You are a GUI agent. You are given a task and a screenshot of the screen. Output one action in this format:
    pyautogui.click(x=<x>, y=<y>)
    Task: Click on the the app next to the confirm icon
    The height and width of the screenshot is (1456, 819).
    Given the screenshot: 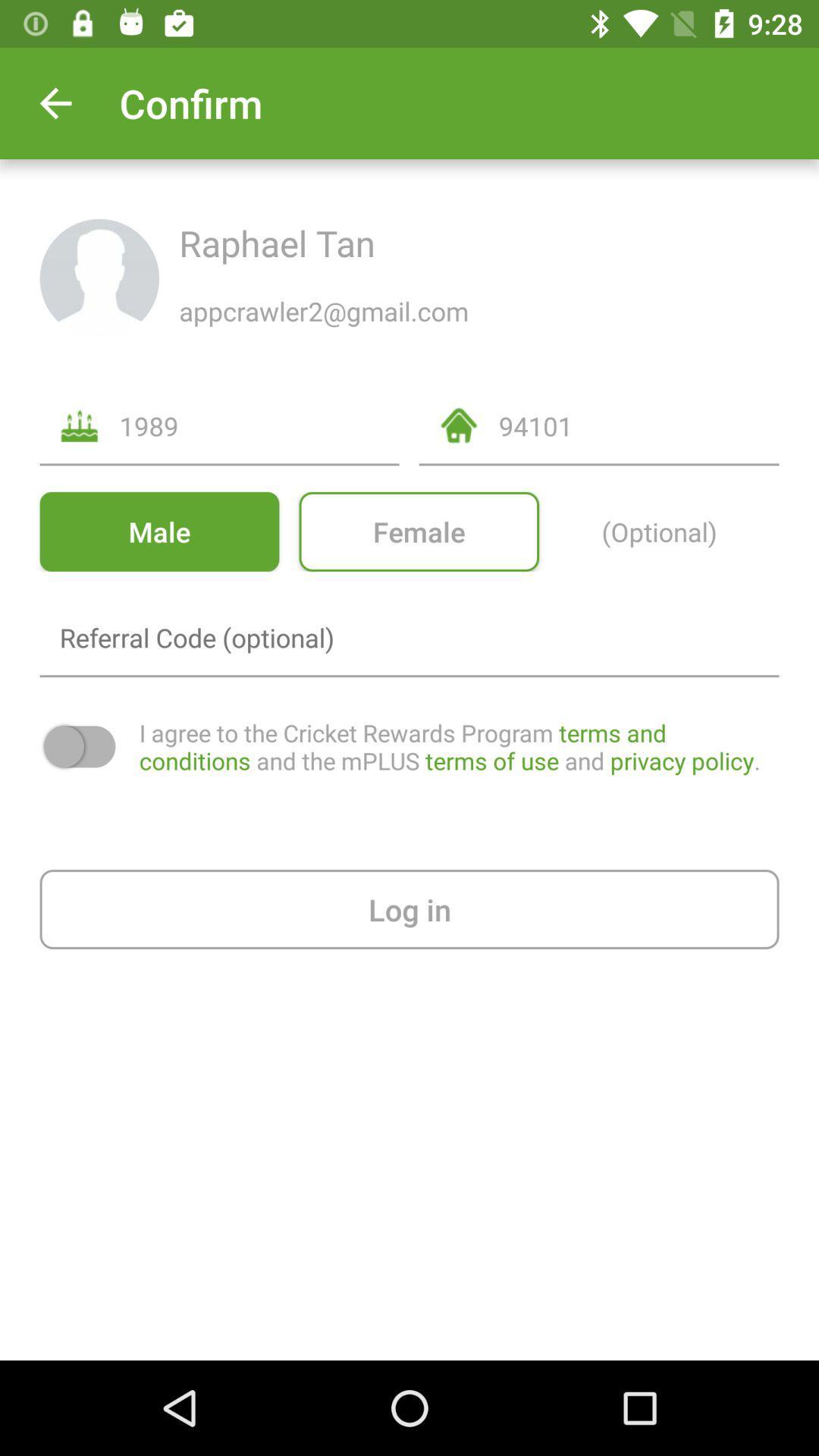 What is the action you would take?
    pyautogui.click(x=55, y=102)
    